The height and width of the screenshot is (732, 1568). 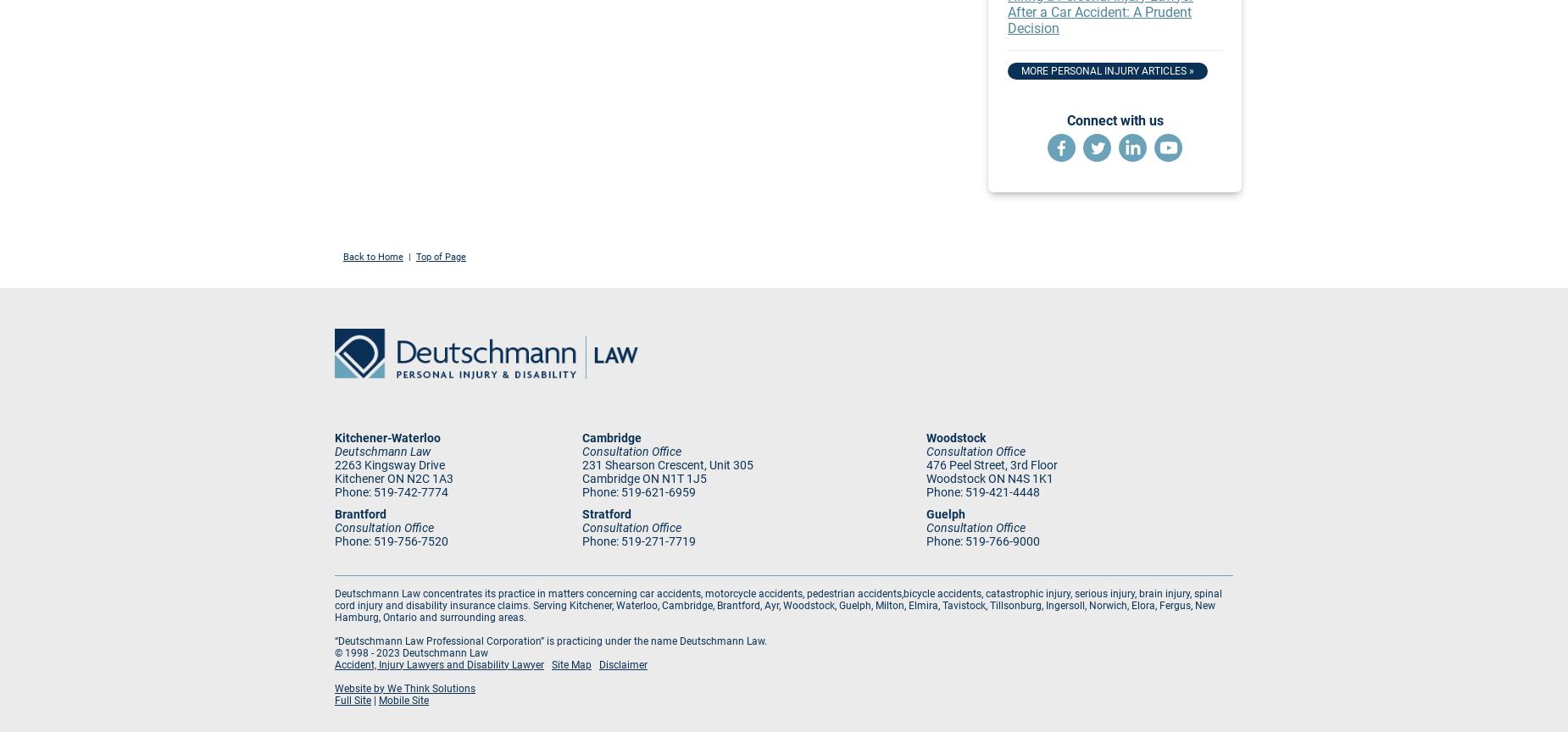 I want to click on 'Connect with us', so click(x=1113, y=119).